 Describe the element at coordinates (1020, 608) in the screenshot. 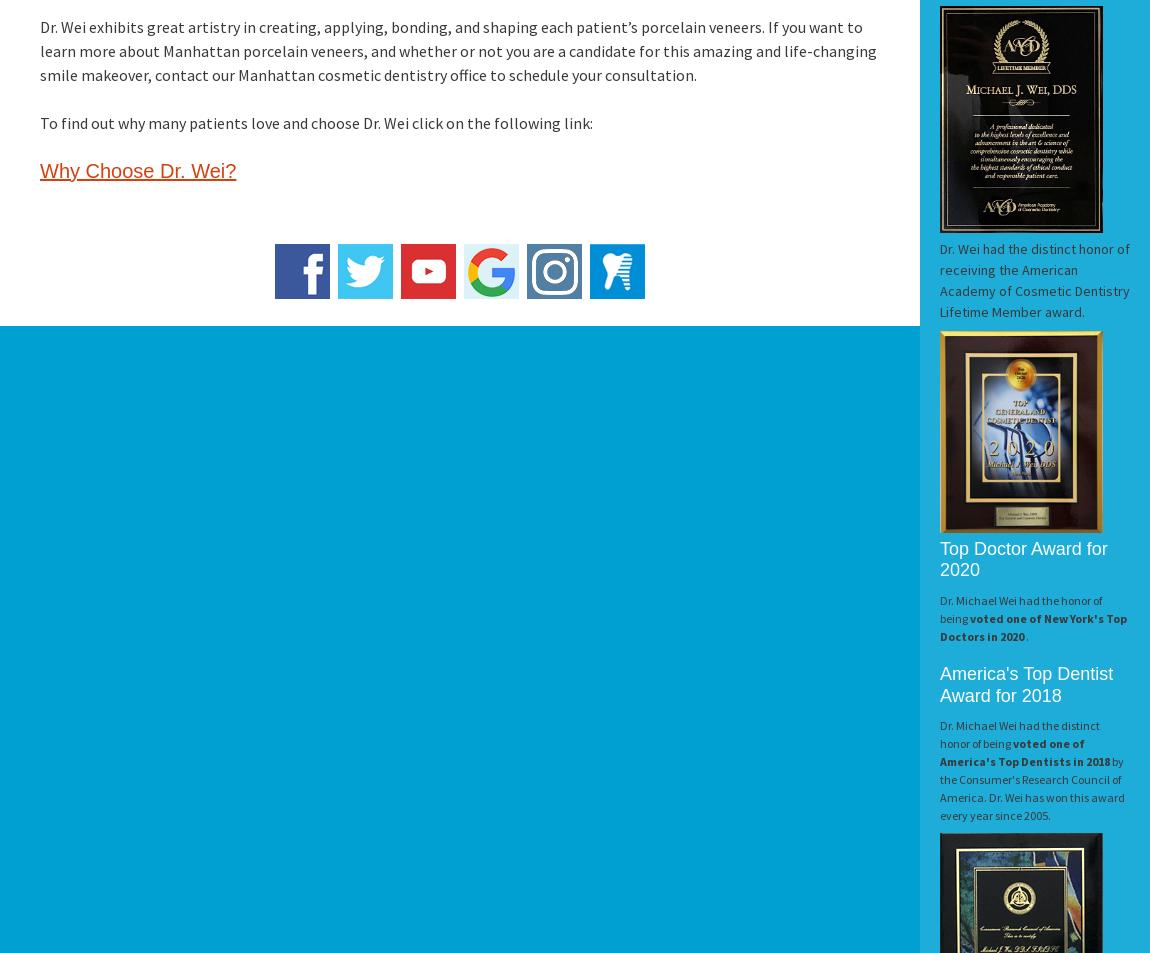

I see `'Dr. Michael Wei had the honor of being'` at that location.